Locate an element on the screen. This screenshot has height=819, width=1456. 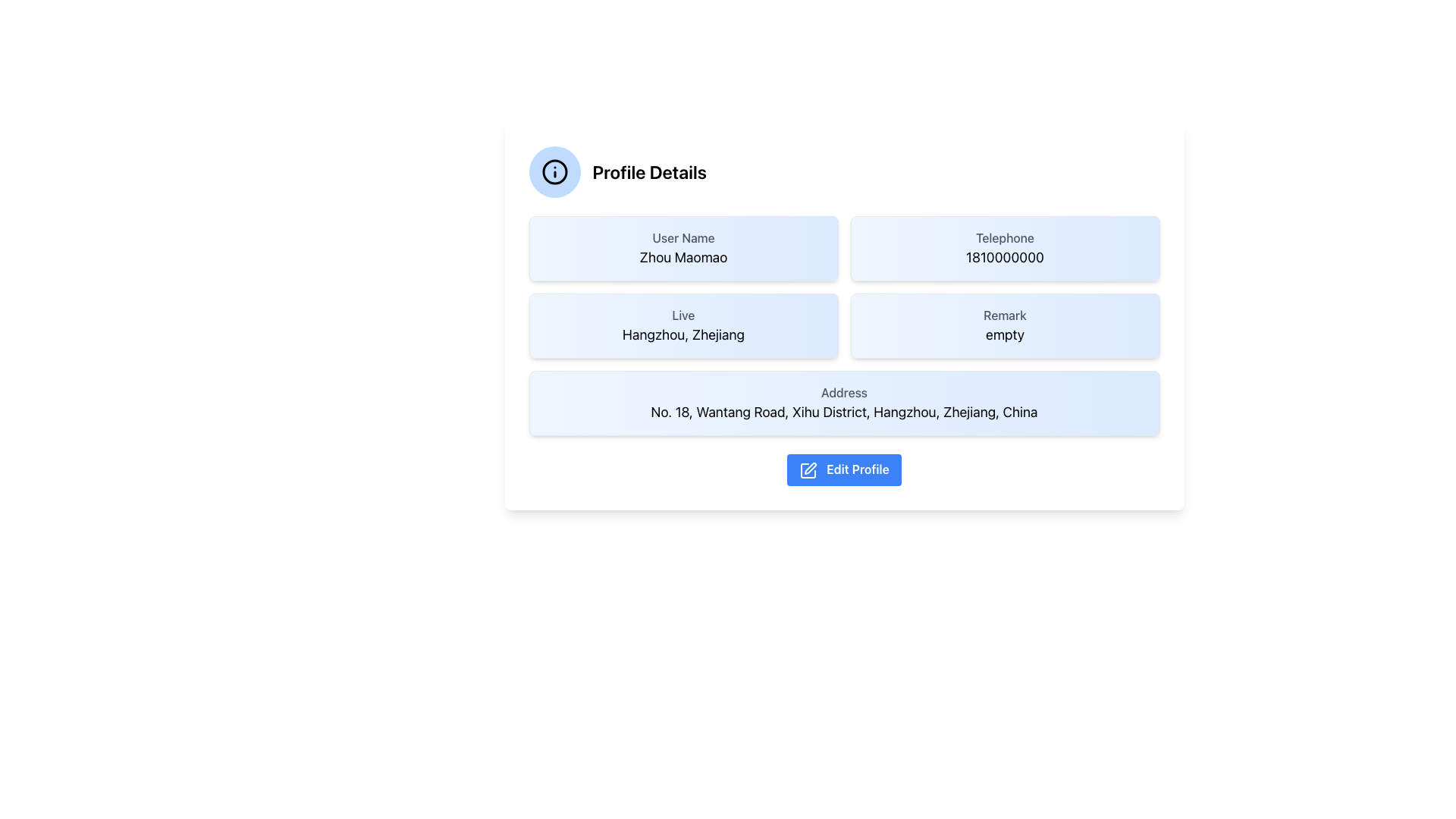
the Text Display Component that shows user address information, located at the bottom of the profile information grid layout is located at coordinates (843, 403).